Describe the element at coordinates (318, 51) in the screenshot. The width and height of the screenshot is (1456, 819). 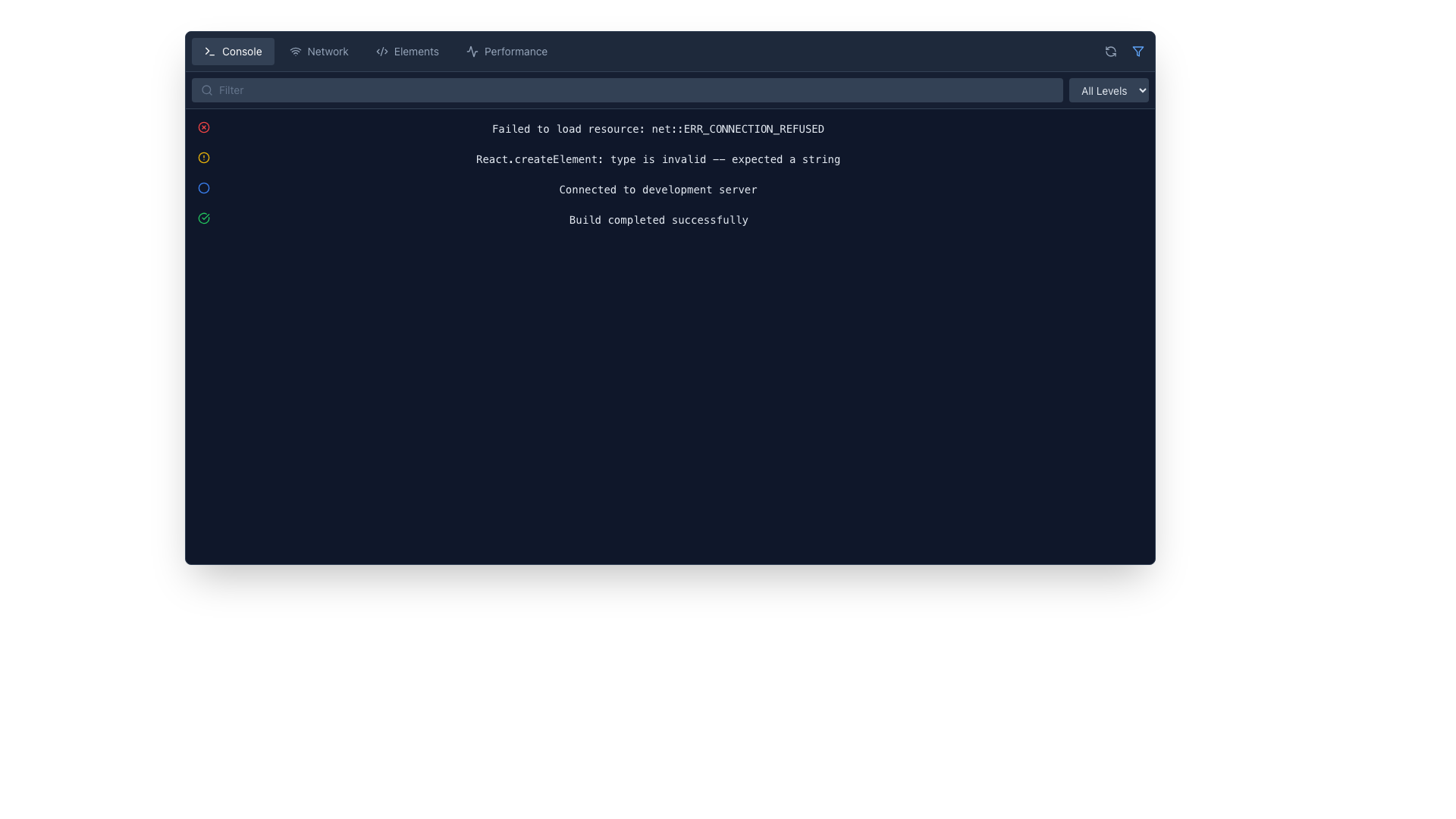
I see `the 'Network' button in the menu bar` at that location.